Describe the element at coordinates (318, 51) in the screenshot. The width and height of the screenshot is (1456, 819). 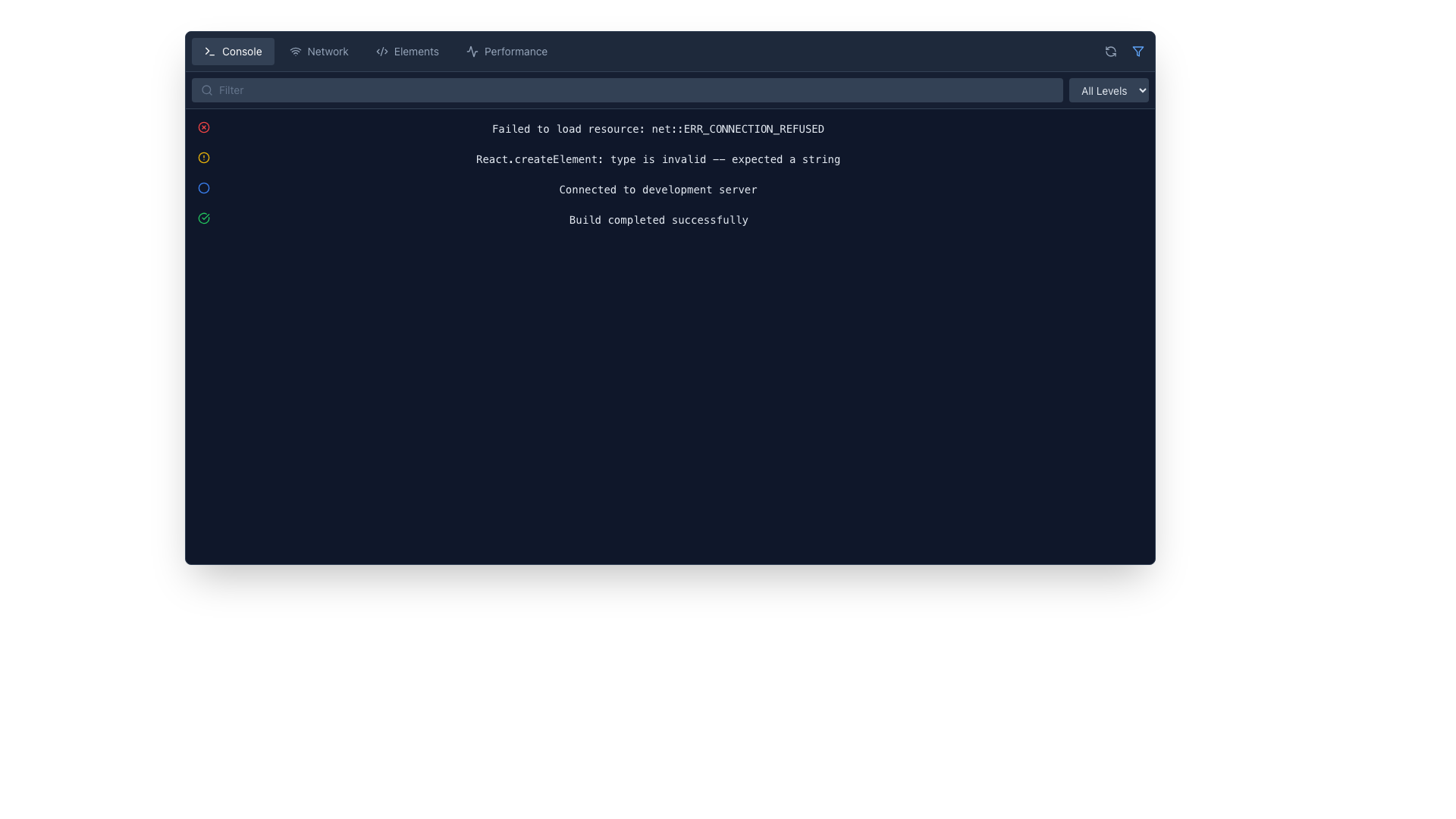
I see `the 'Network' button in the menu bar` at that location.